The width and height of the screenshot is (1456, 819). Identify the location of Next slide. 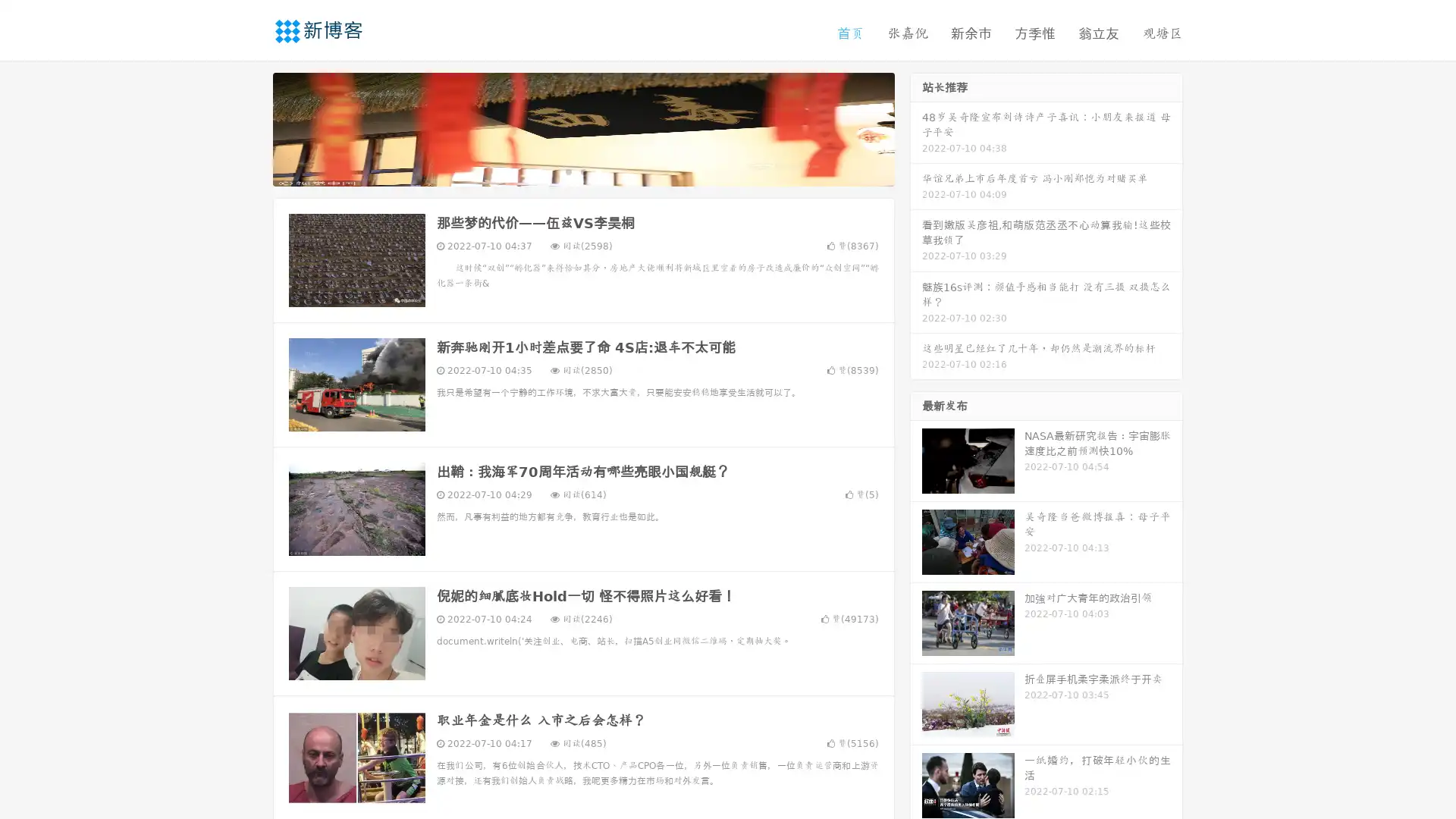
(916, 127).